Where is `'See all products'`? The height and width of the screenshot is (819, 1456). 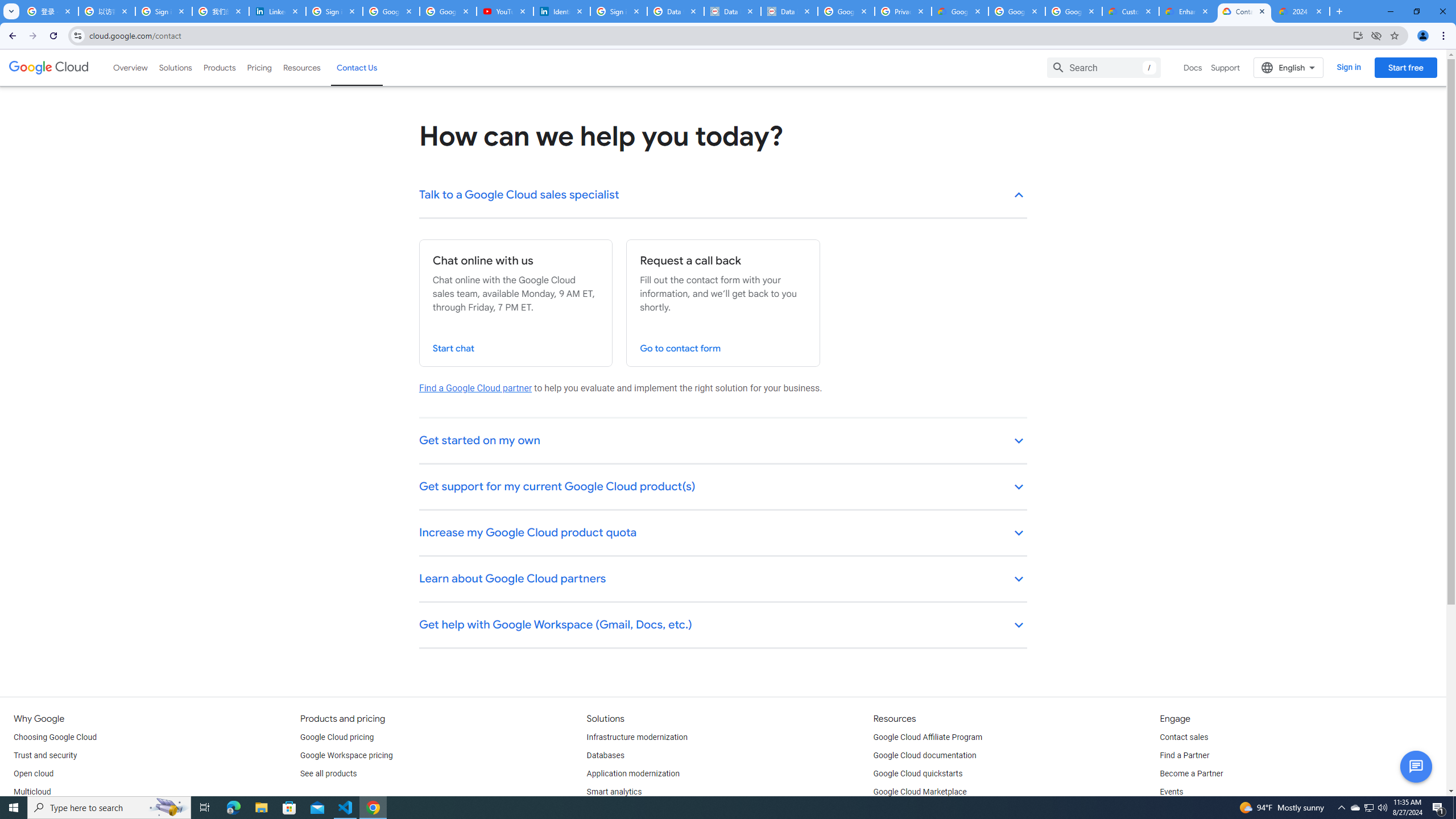 'See all products' is located at coordinates (328, 773).